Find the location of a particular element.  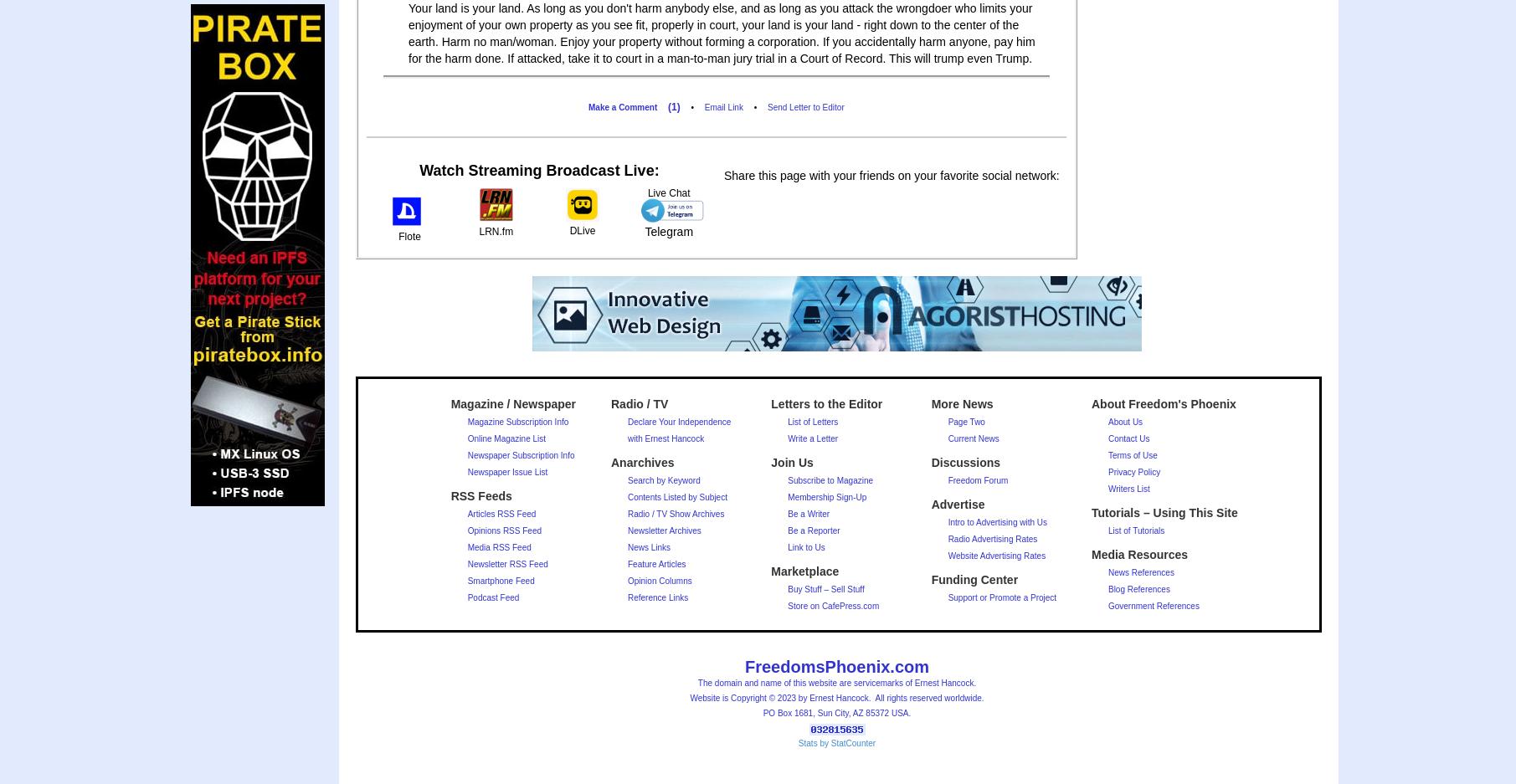

'Radio / TV' is located at coordinates (638, 404).